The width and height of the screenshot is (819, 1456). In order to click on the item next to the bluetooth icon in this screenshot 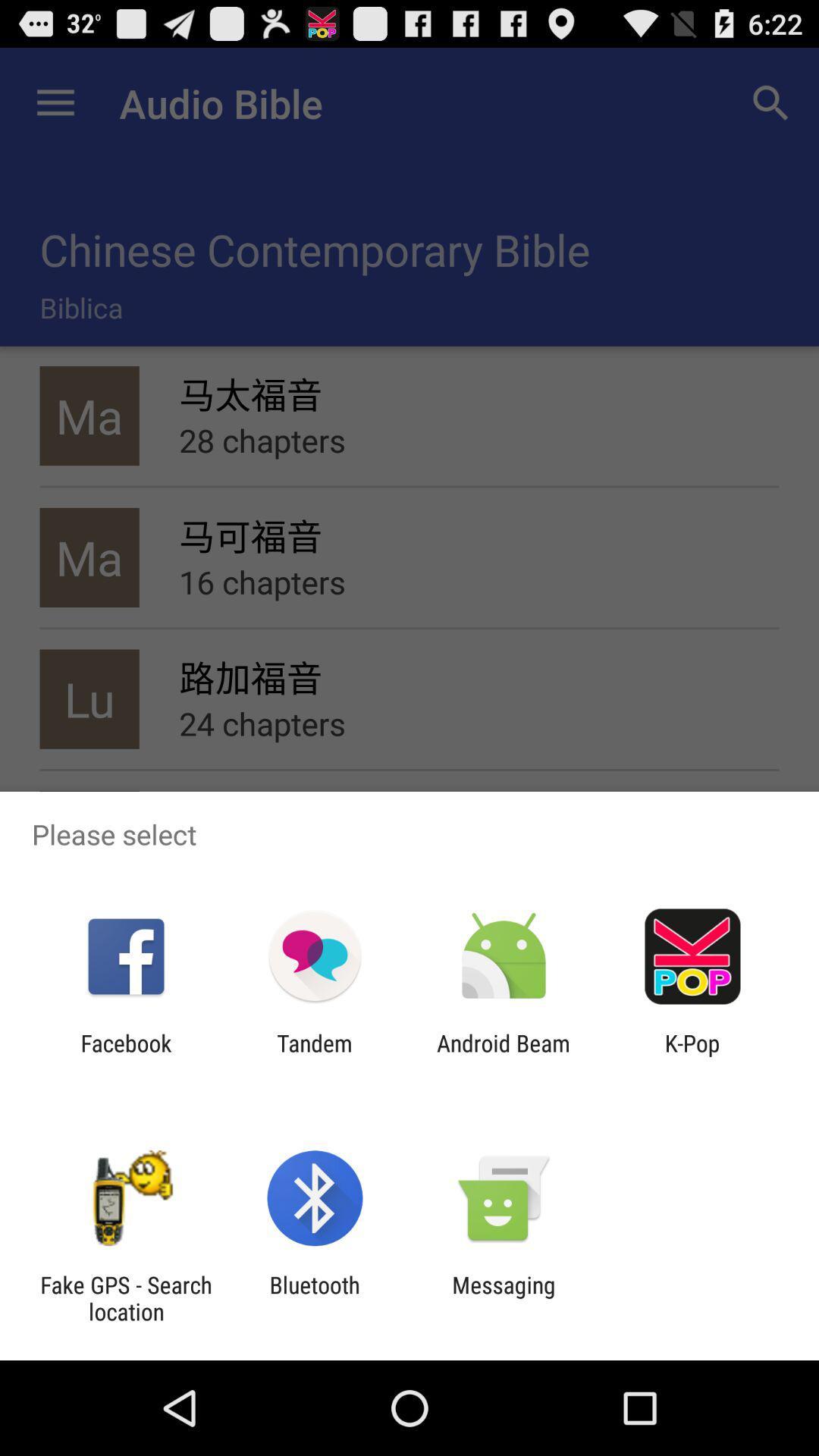, I will do `click(504, 1298)`.